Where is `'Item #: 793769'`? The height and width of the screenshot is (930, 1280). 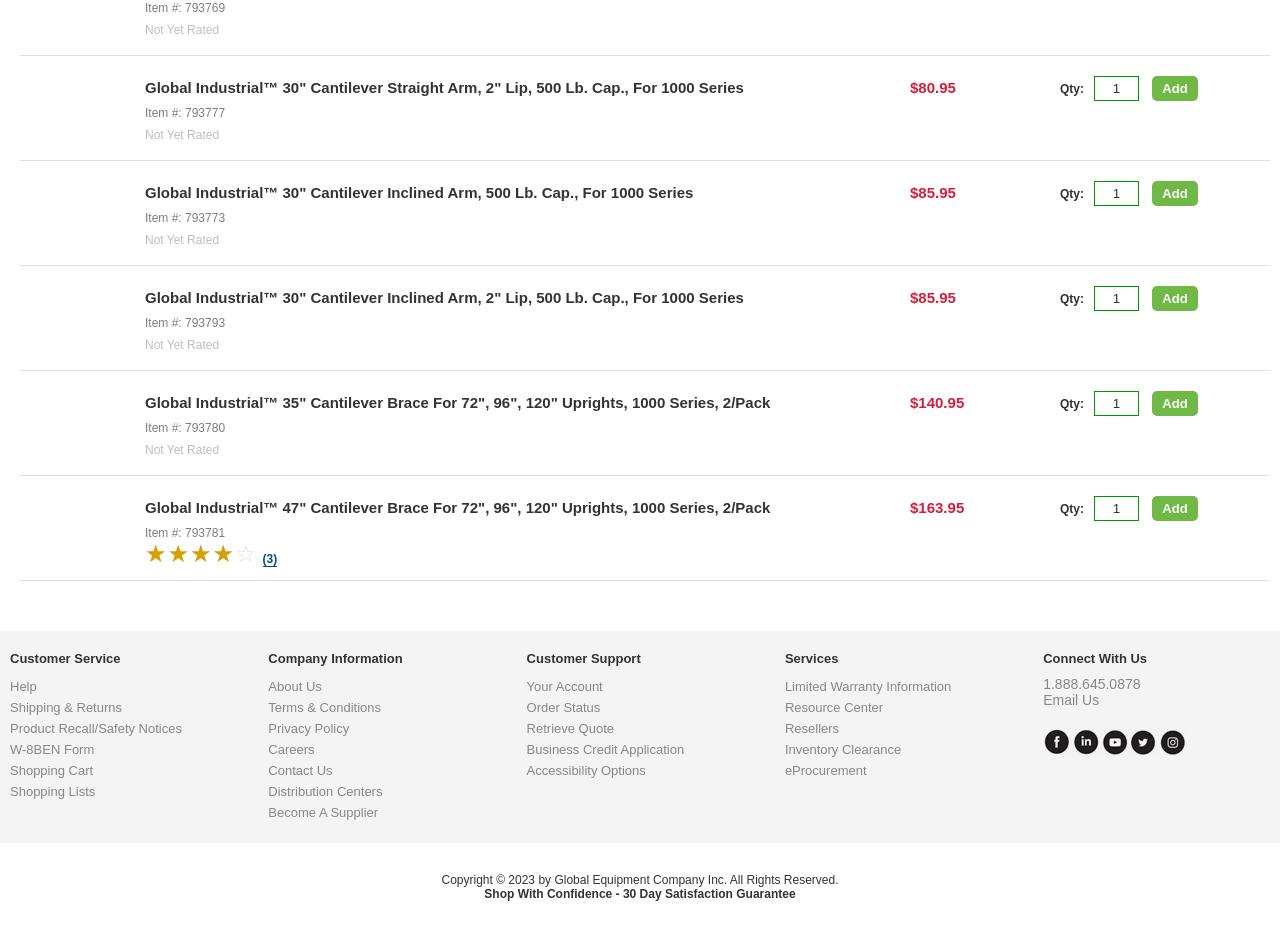
'Item #: 793769' is located at coordinates (144, 5).